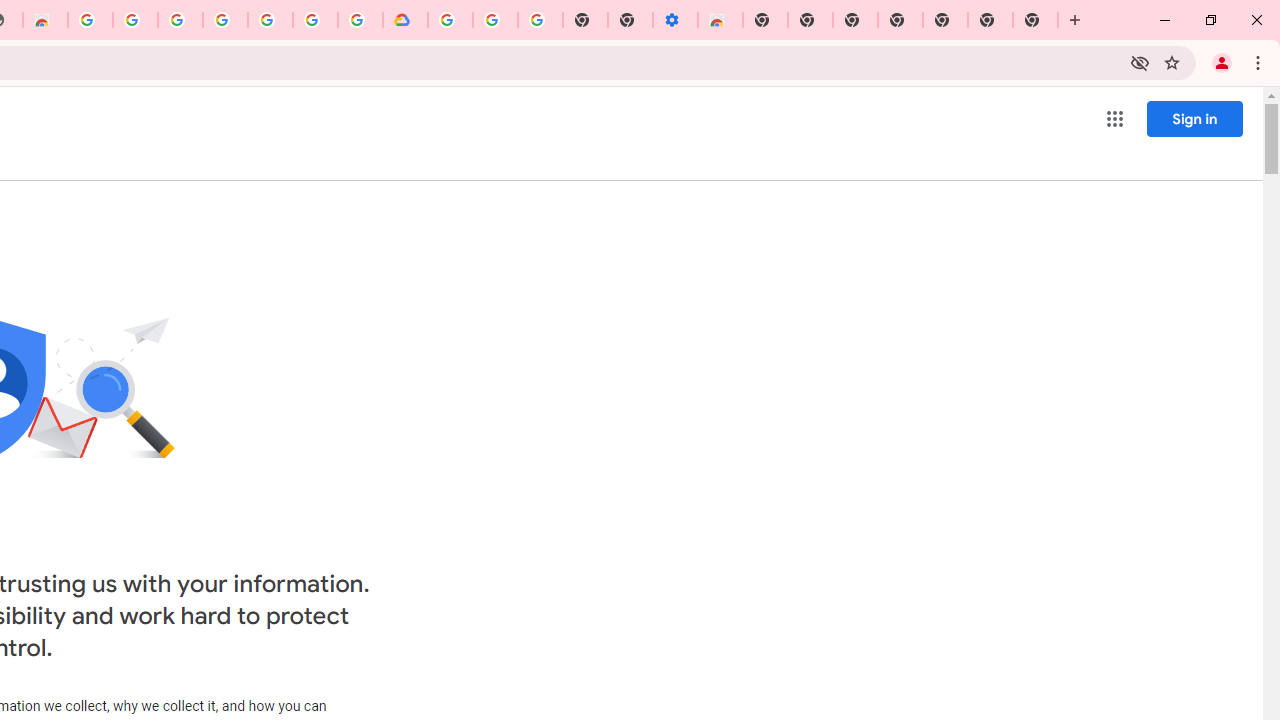  I want to click on 'Turn cookies on or off - Computer - Google Account Help', so click(540, 20).